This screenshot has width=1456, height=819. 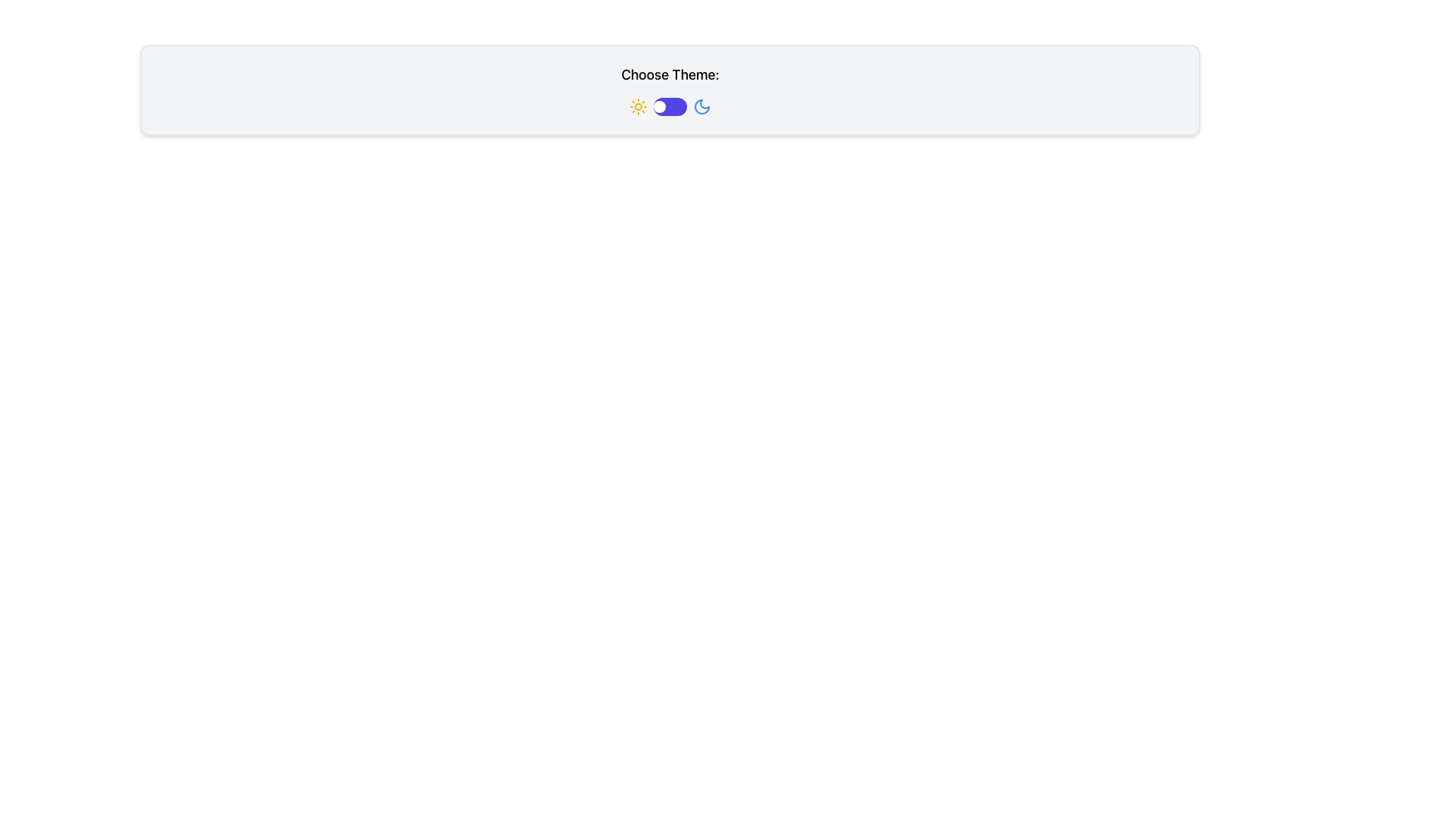 What do you see at coordinates (669, 106) in the screenshot?
I see `the toggle switch for dark mode located between the sun icon on the left and the moon icon on the right to switch its state` at bounding box center [669, 106].